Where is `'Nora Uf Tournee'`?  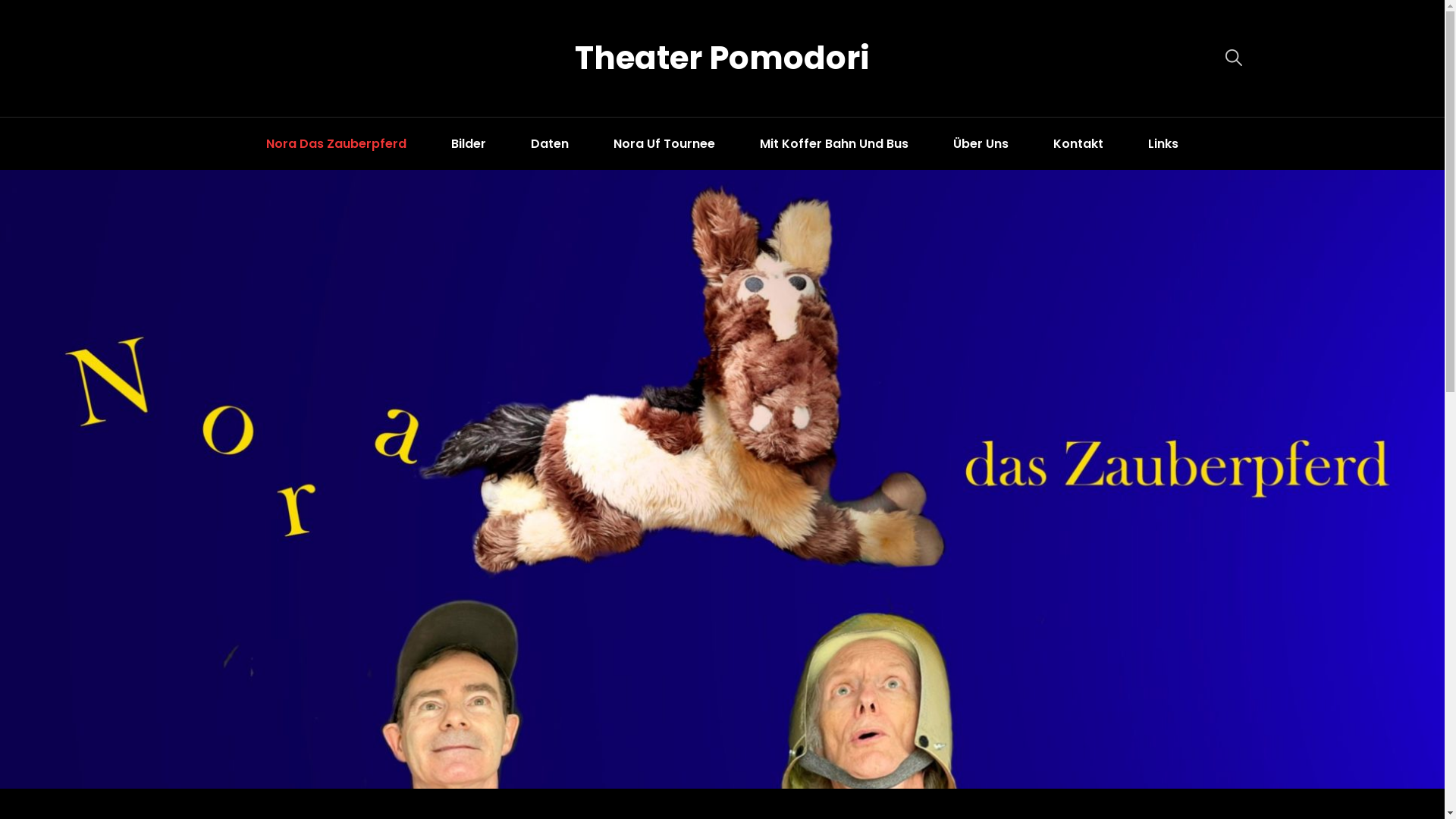
'Nora Uf Tournee' is located at coordinates (664, 143).